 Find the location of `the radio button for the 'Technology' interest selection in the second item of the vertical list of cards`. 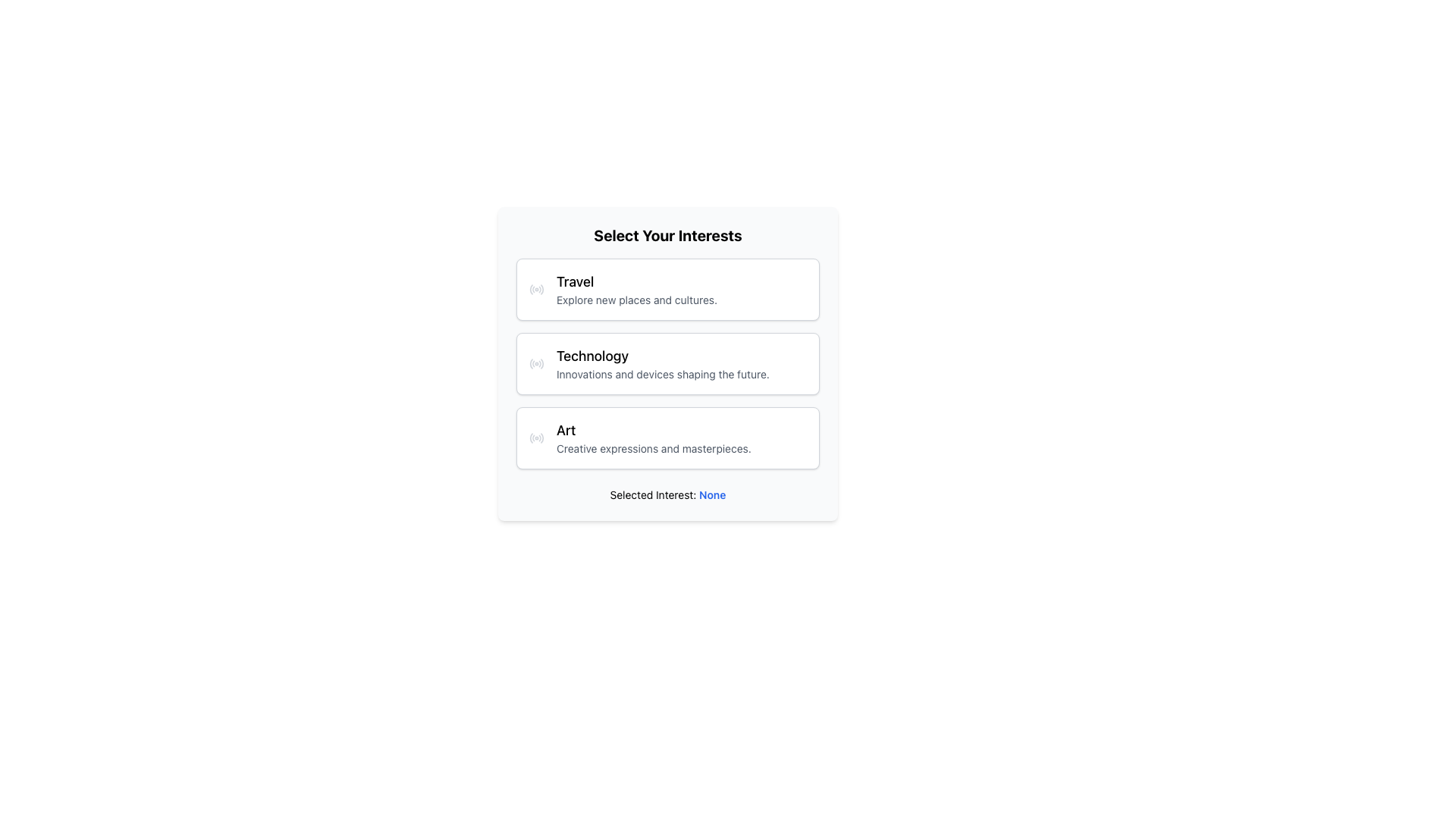

the radio button for the 'Technology' interest selection in the second item of the vertical list of cards is located at coordinates (667, 363).